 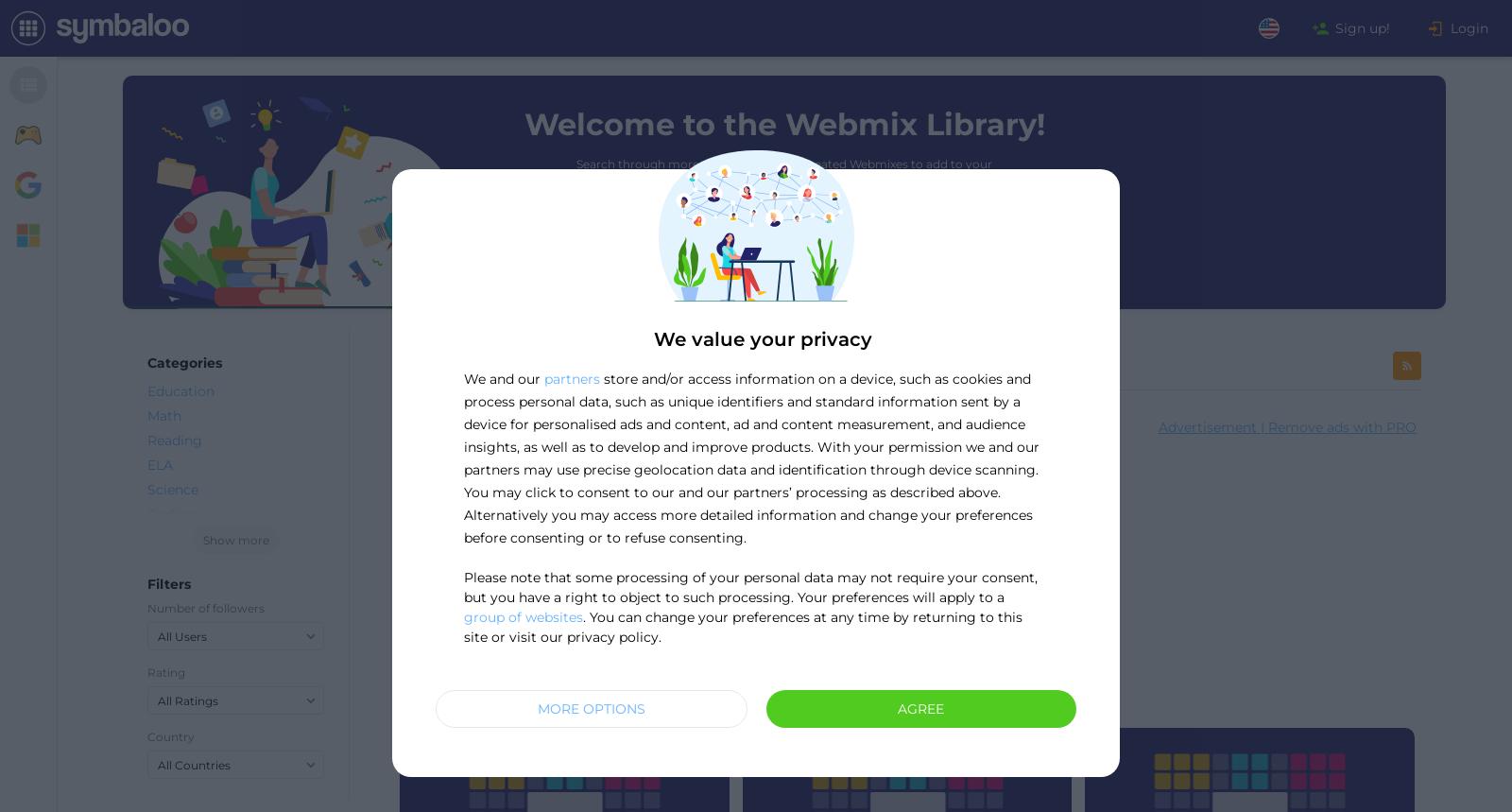 I want to click on 'Search through more than 50,000 user-created Webmixes to add to your account. You can get all updates from the original creator or you can claim the Webmix as your own!', so click(x=782, y=182).